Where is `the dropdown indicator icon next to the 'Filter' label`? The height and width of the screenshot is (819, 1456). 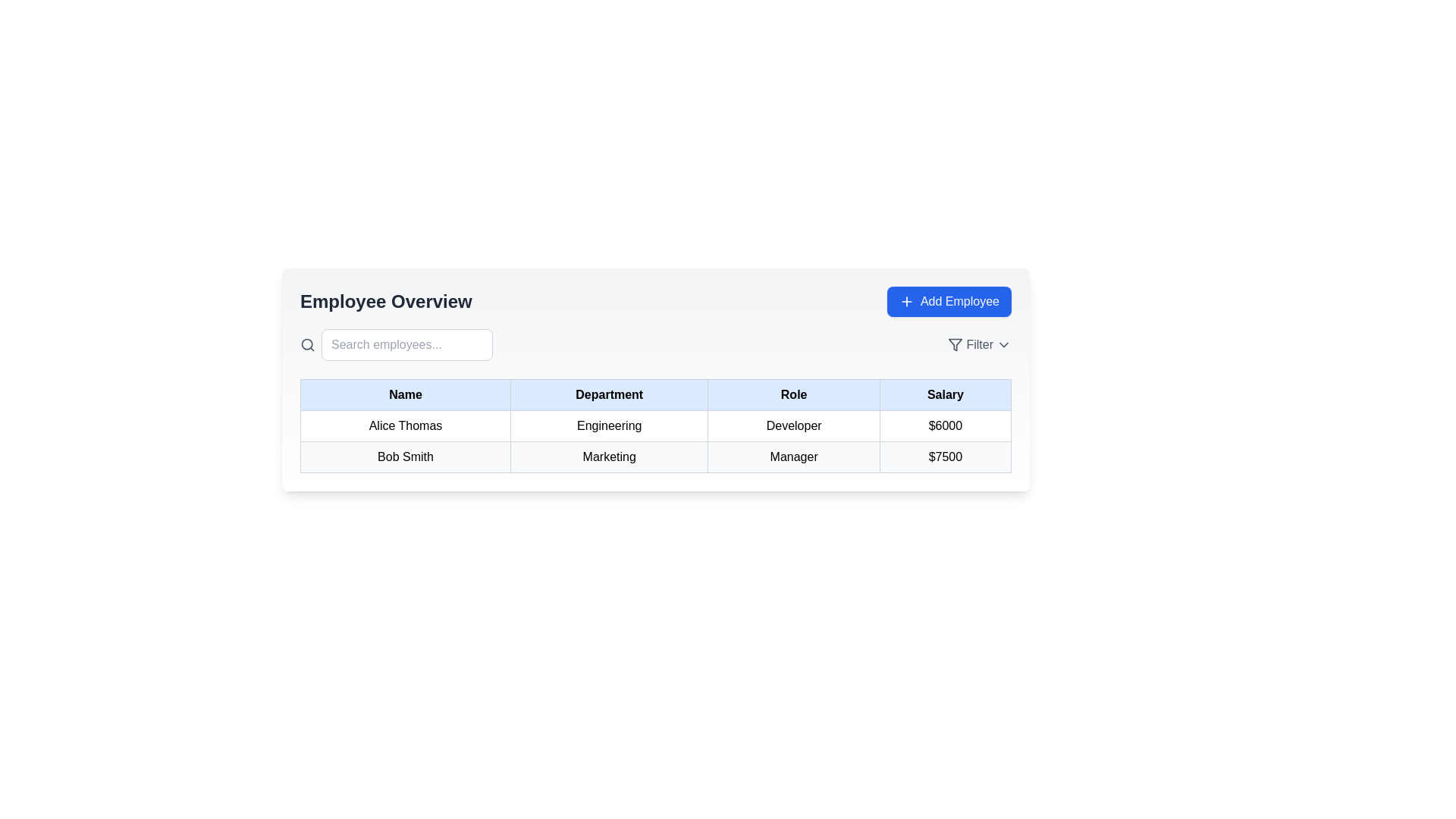 the dropdown indicator icon next to the 'Filter' label is located at coordinates (1004, 345).